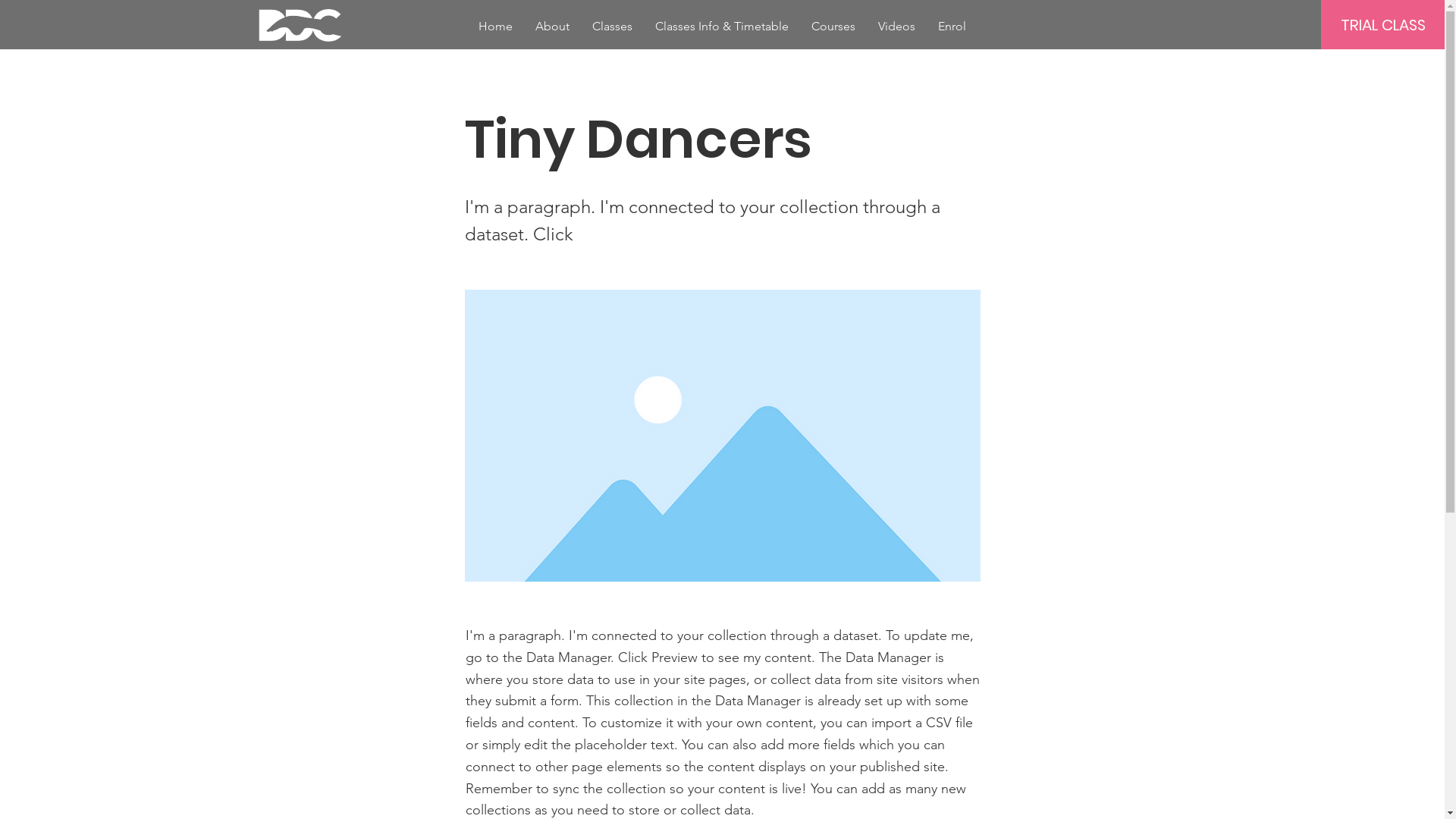 This screenshot has height=819, width=1456. I want to click on 'Enrol', so click(951, 26).